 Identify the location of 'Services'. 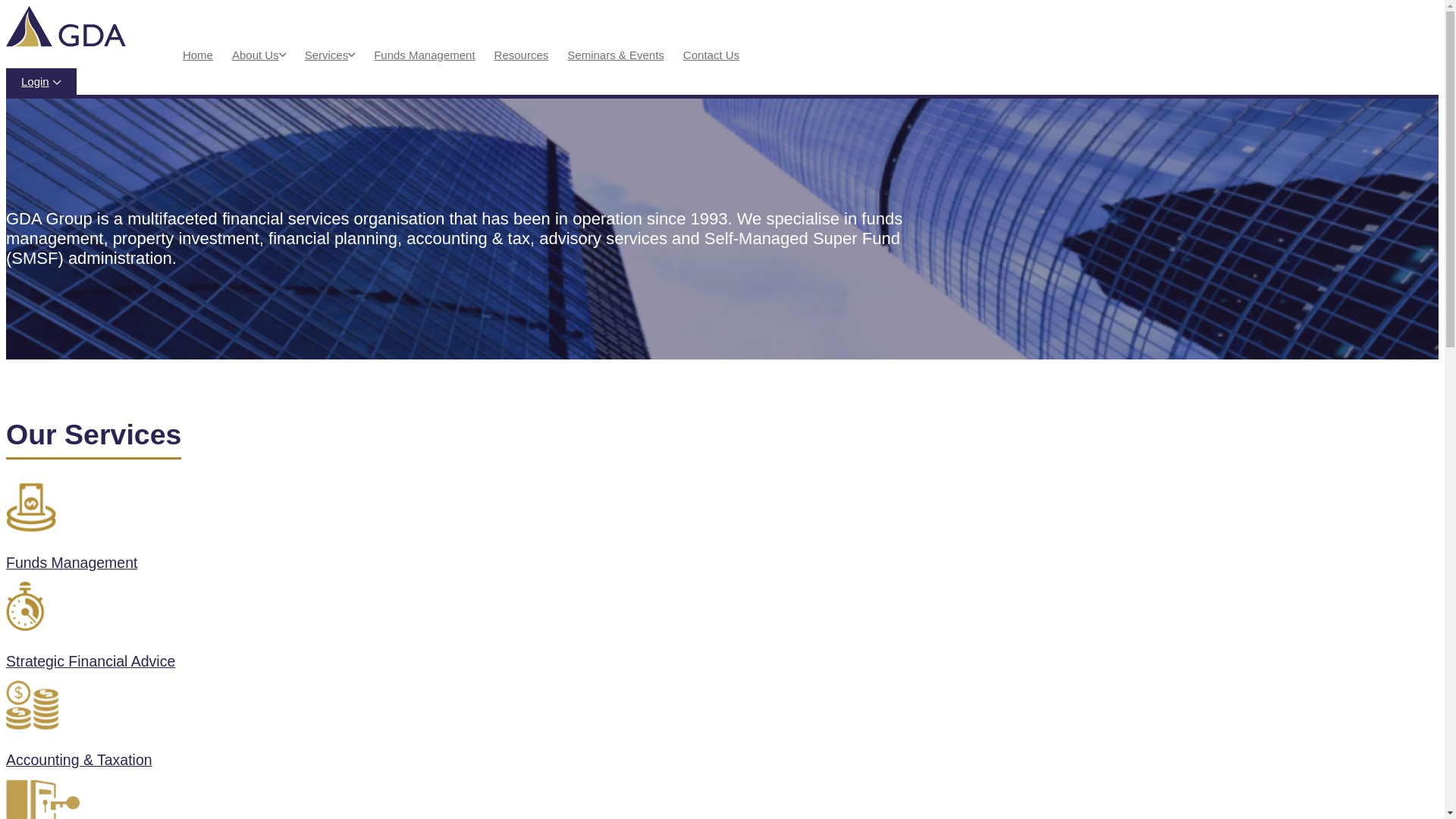
(304, 54).